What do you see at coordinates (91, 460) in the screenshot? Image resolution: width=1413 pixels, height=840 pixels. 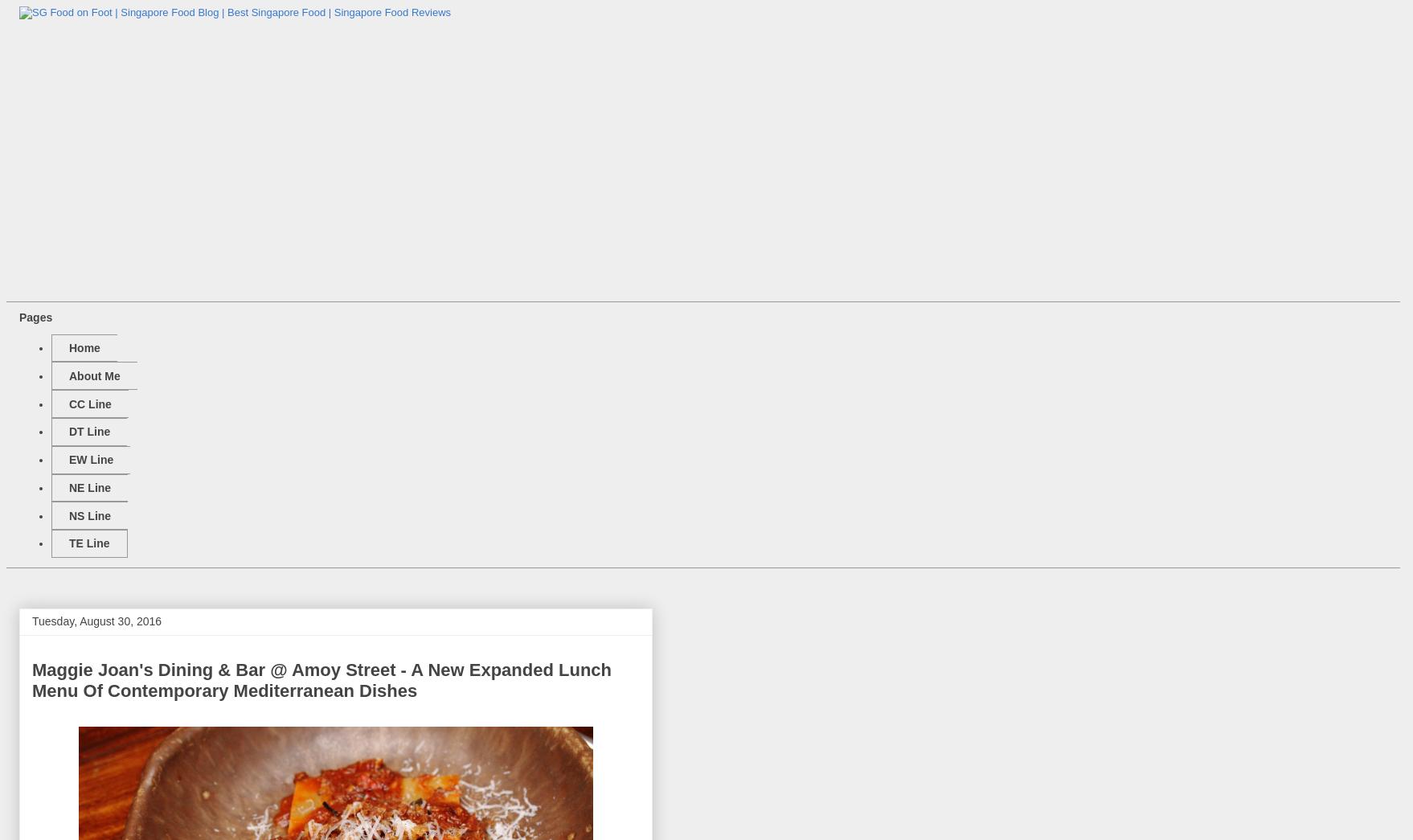 I see `'EW Line'` at bounding box center [91, 460].